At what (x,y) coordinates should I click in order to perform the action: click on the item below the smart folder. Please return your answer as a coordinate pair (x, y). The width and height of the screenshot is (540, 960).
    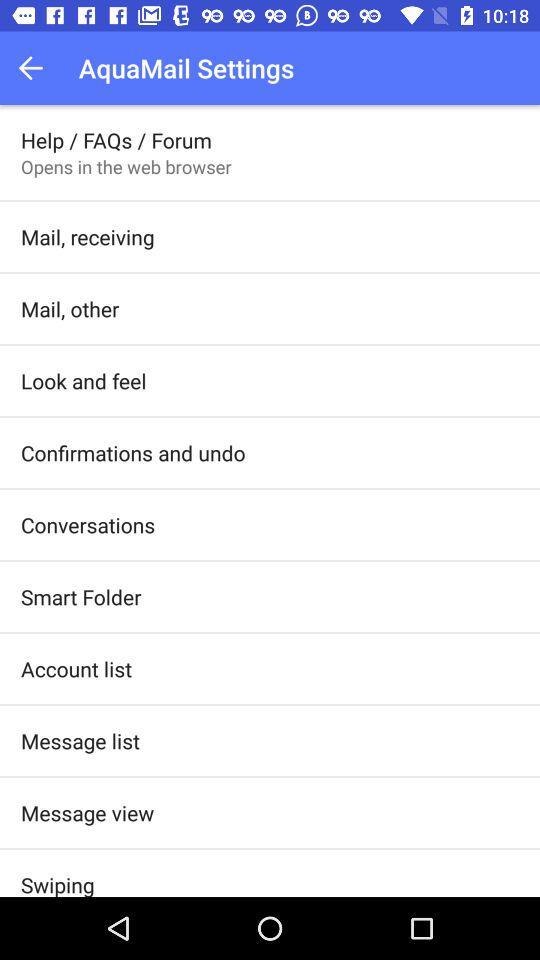
    Looking at the image, I should click on (75, 669).